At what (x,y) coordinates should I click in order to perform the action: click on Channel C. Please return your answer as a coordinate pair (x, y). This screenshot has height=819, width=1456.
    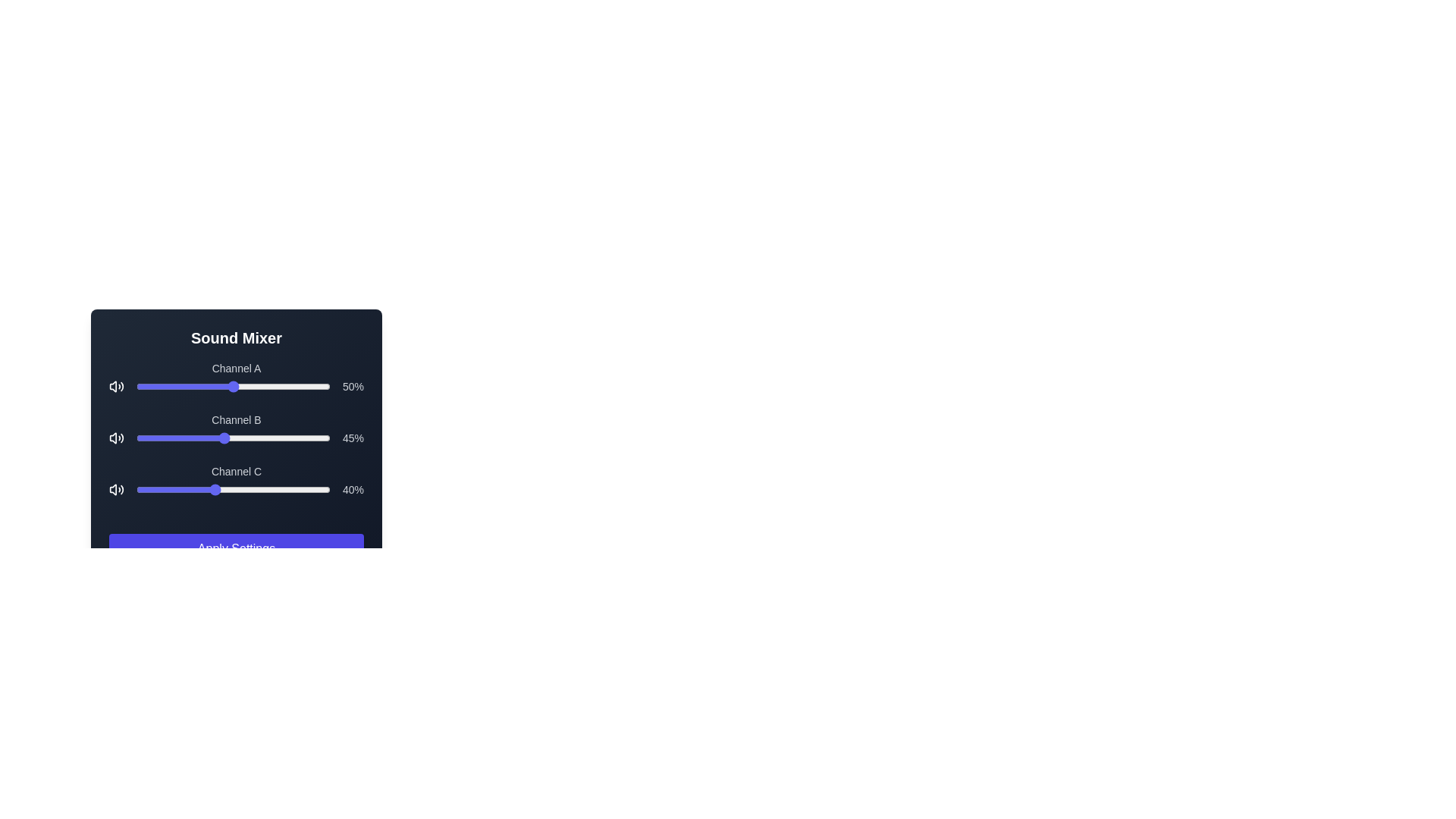
    Looking at the image, I should click on (199, 489).